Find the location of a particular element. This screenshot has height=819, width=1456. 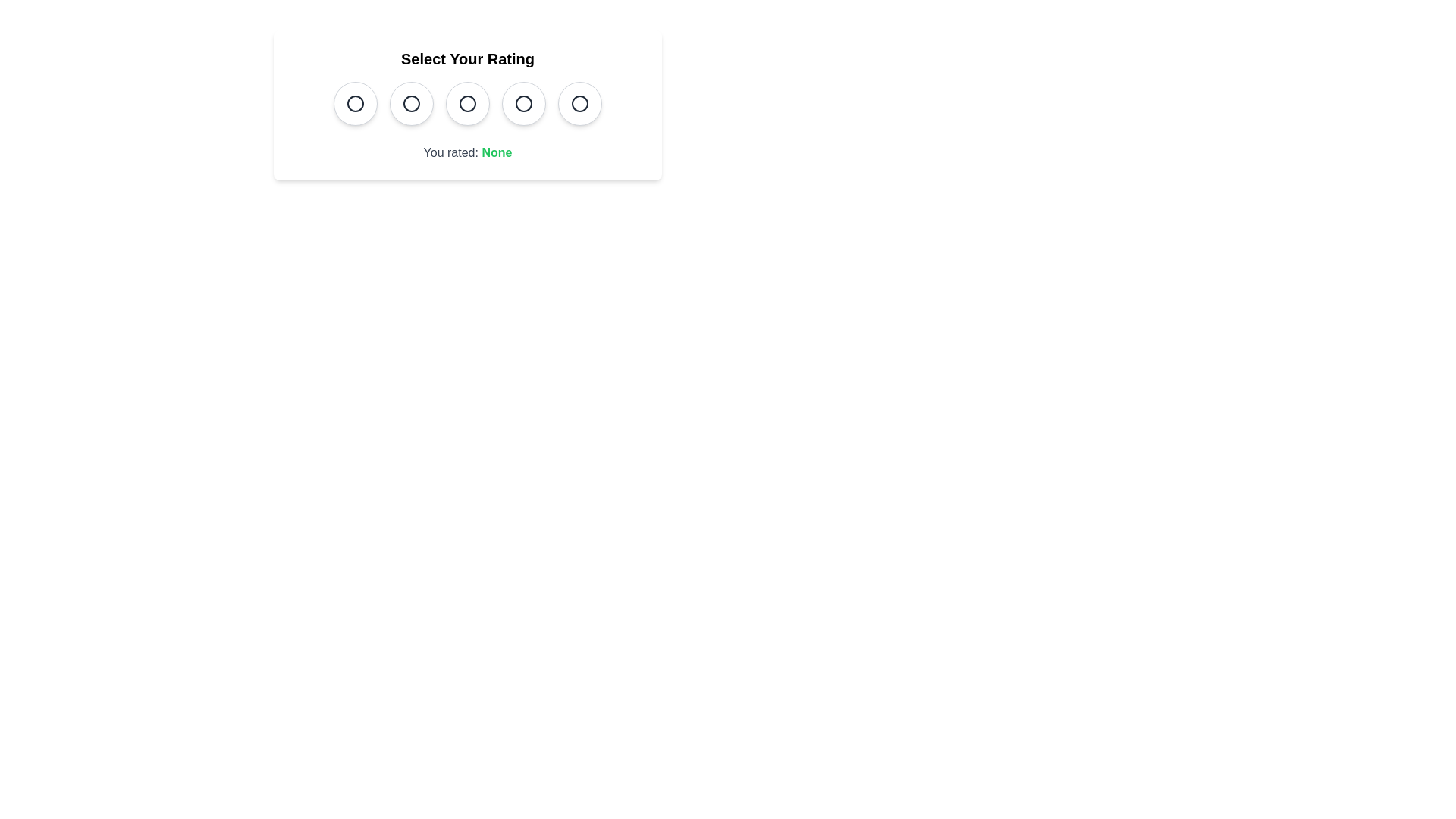

button corresponding to the rating 3 is located at coordinates (467, 103).